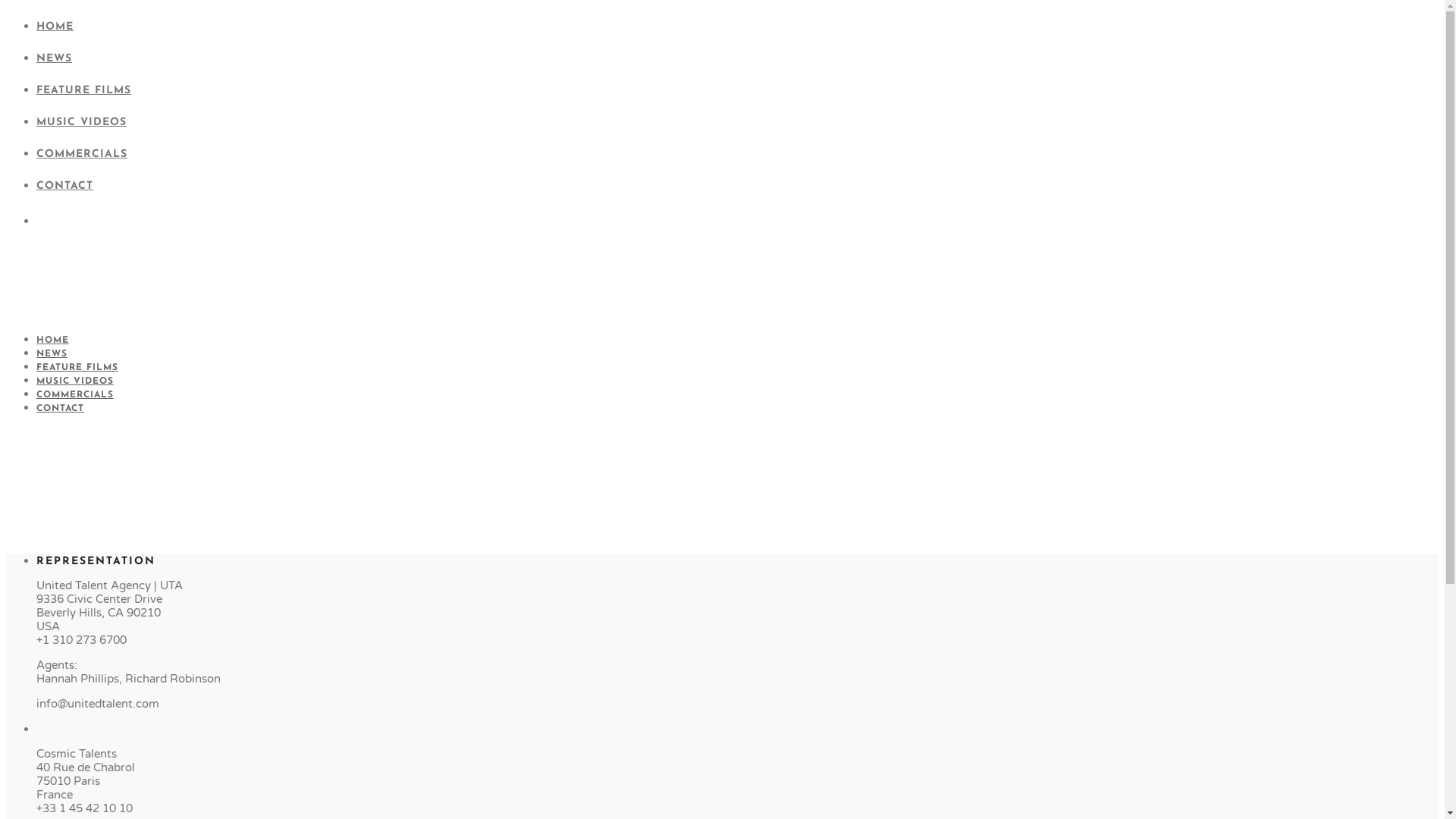 Image resolution: width=1456 pixels, height=819 pixels. I want to click on 'NEWS', so click(36, 58).